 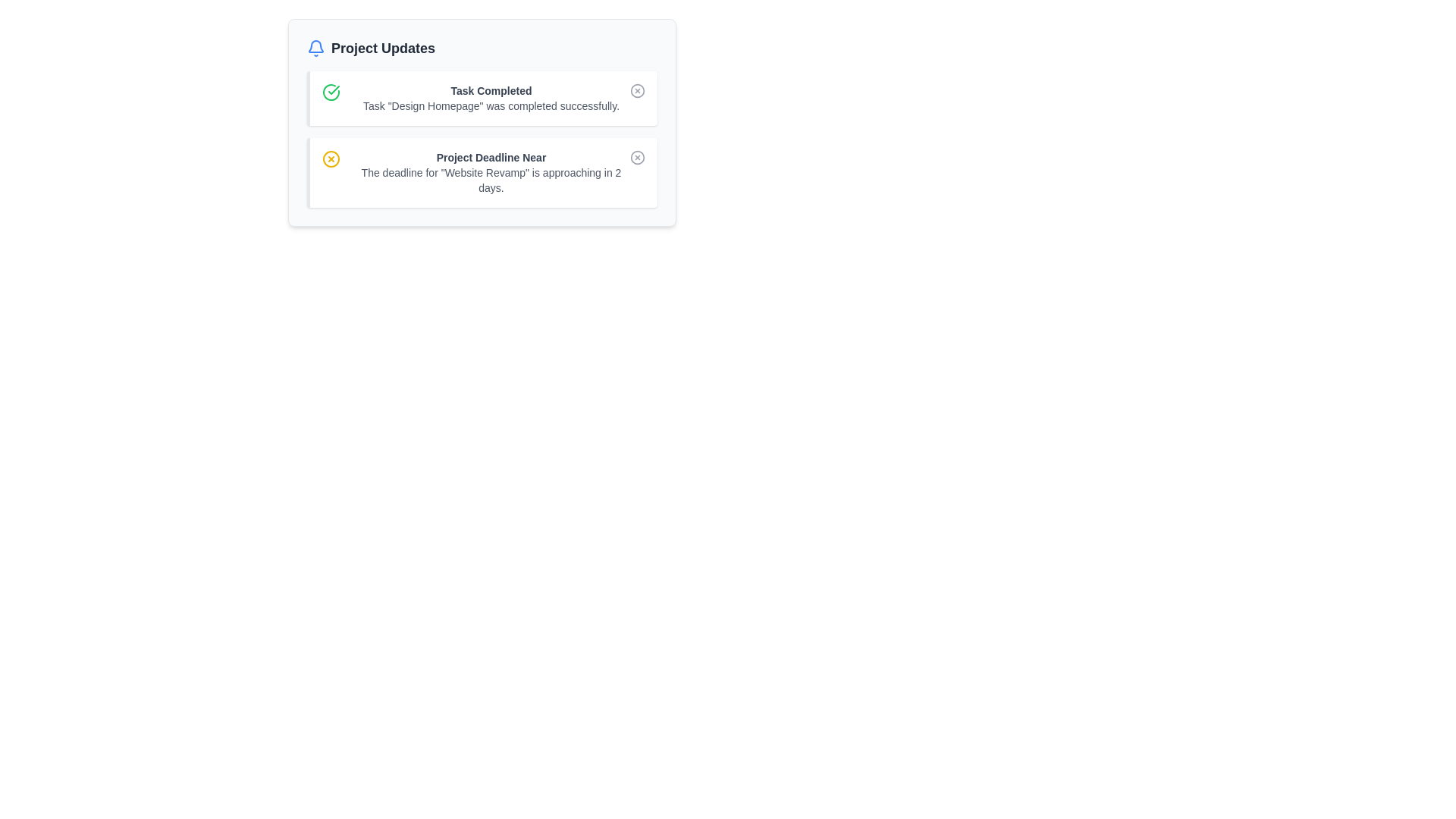 I want to click on the small circular icon with an 'X' inside, styled with a yellow outline, located beside the headline 'Project Deadline Near', so click(x=337, y=158).